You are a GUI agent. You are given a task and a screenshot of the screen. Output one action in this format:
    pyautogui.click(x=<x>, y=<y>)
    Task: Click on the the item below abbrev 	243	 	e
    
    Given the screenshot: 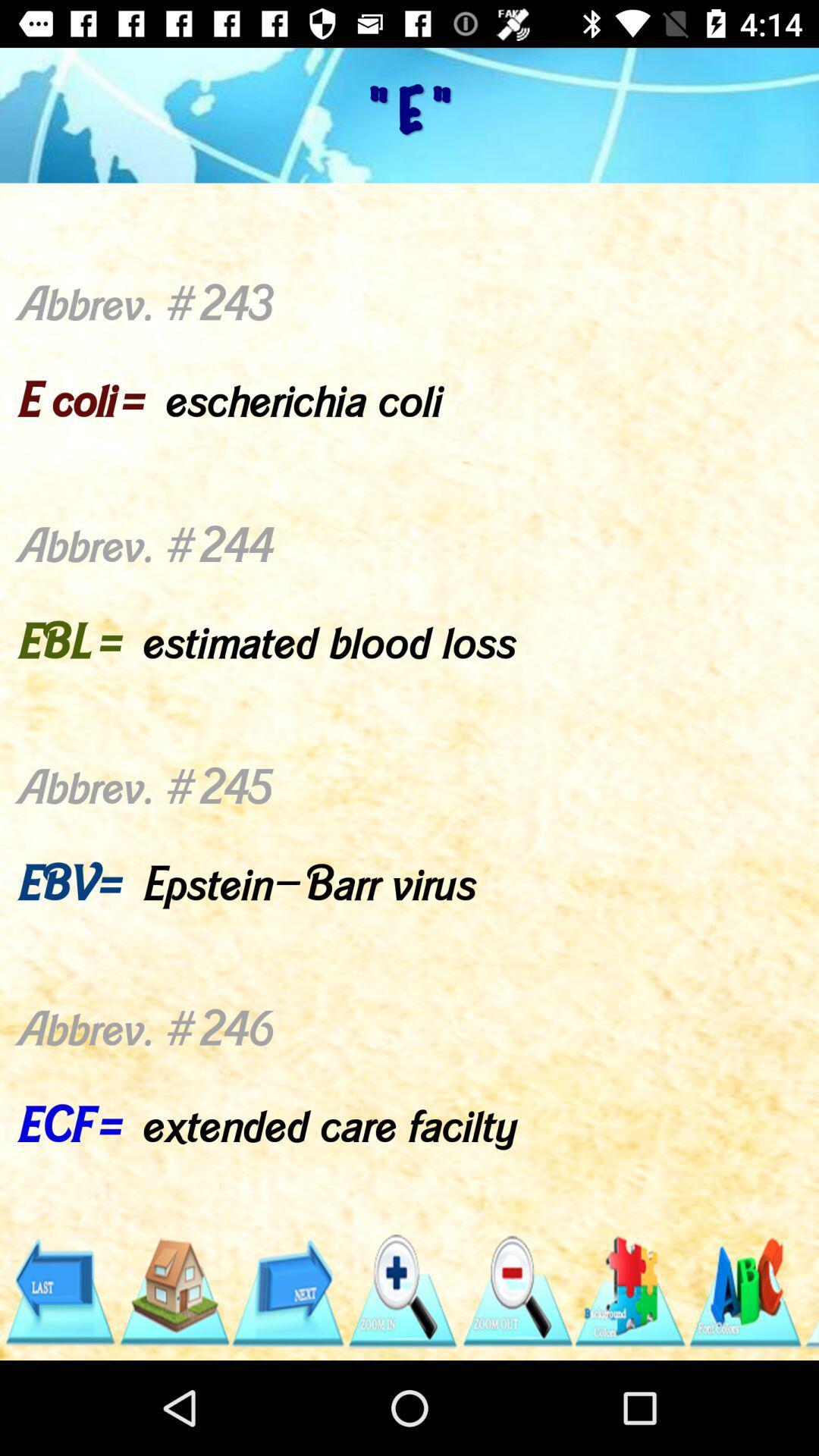 What is the action you would take?
    pyautogui.click(x=401, y=1291)
    